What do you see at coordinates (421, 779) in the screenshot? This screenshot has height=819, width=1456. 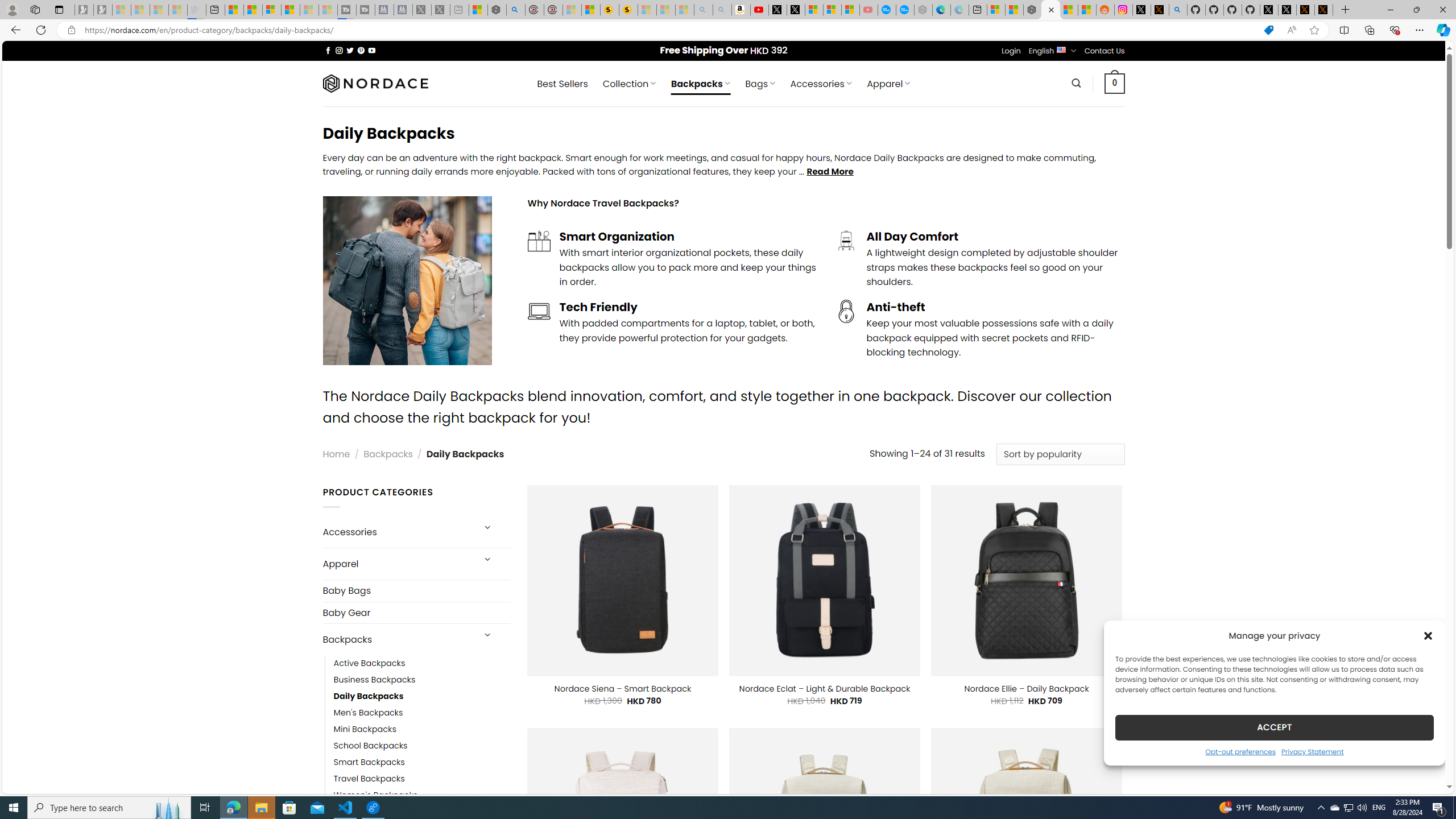 I see `'Travel Backpacks'` at bounding box center [421, 779].